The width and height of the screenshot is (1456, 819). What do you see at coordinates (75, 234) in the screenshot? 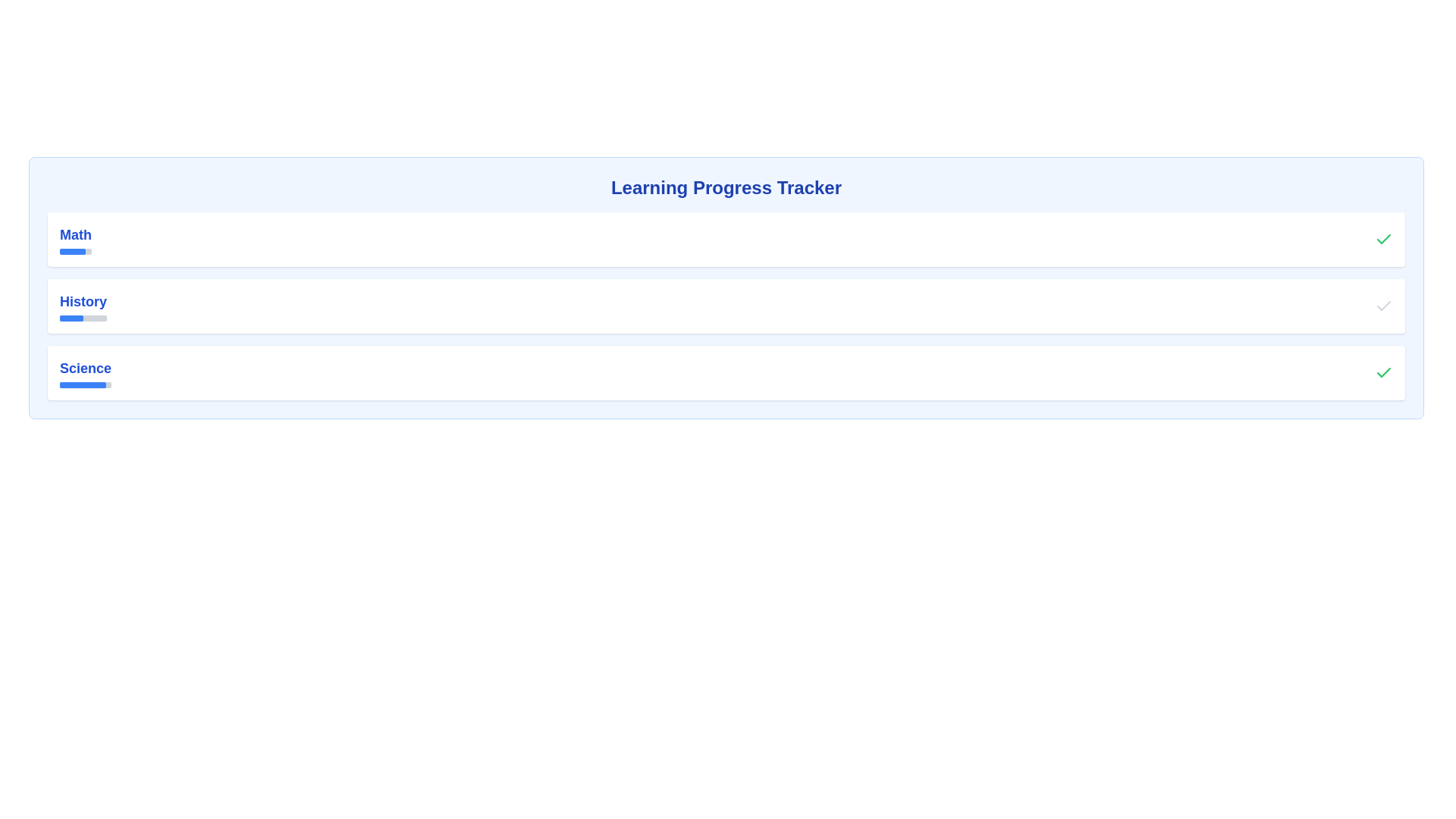
I see `text from the 'Math' text label, which is a prominent blue label positioned above a progress bar in the top left section of the page` at bounding box center [75, 234].